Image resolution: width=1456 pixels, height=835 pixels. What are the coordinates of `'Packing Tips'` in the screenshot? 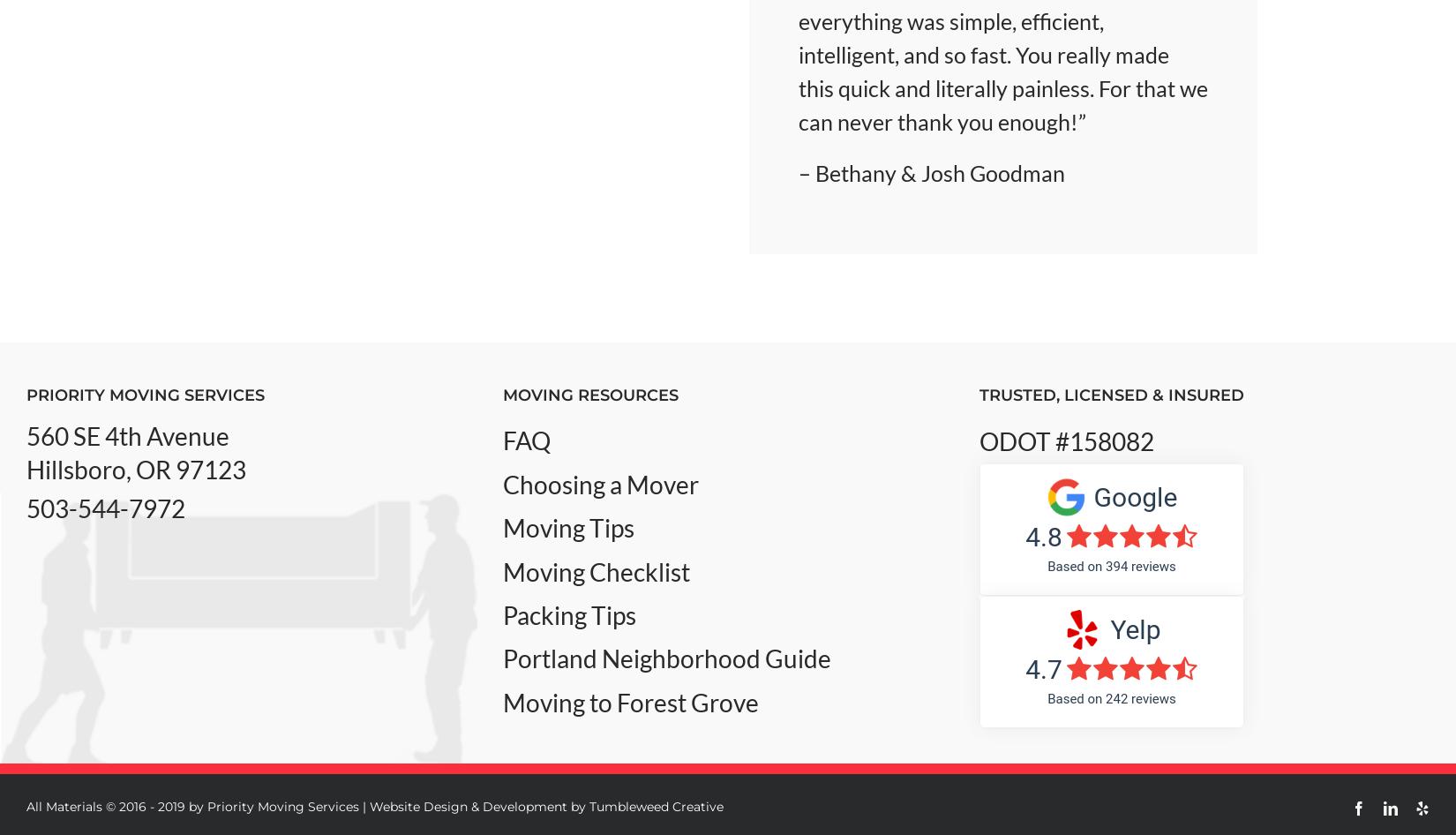 It's located at (567, 613).